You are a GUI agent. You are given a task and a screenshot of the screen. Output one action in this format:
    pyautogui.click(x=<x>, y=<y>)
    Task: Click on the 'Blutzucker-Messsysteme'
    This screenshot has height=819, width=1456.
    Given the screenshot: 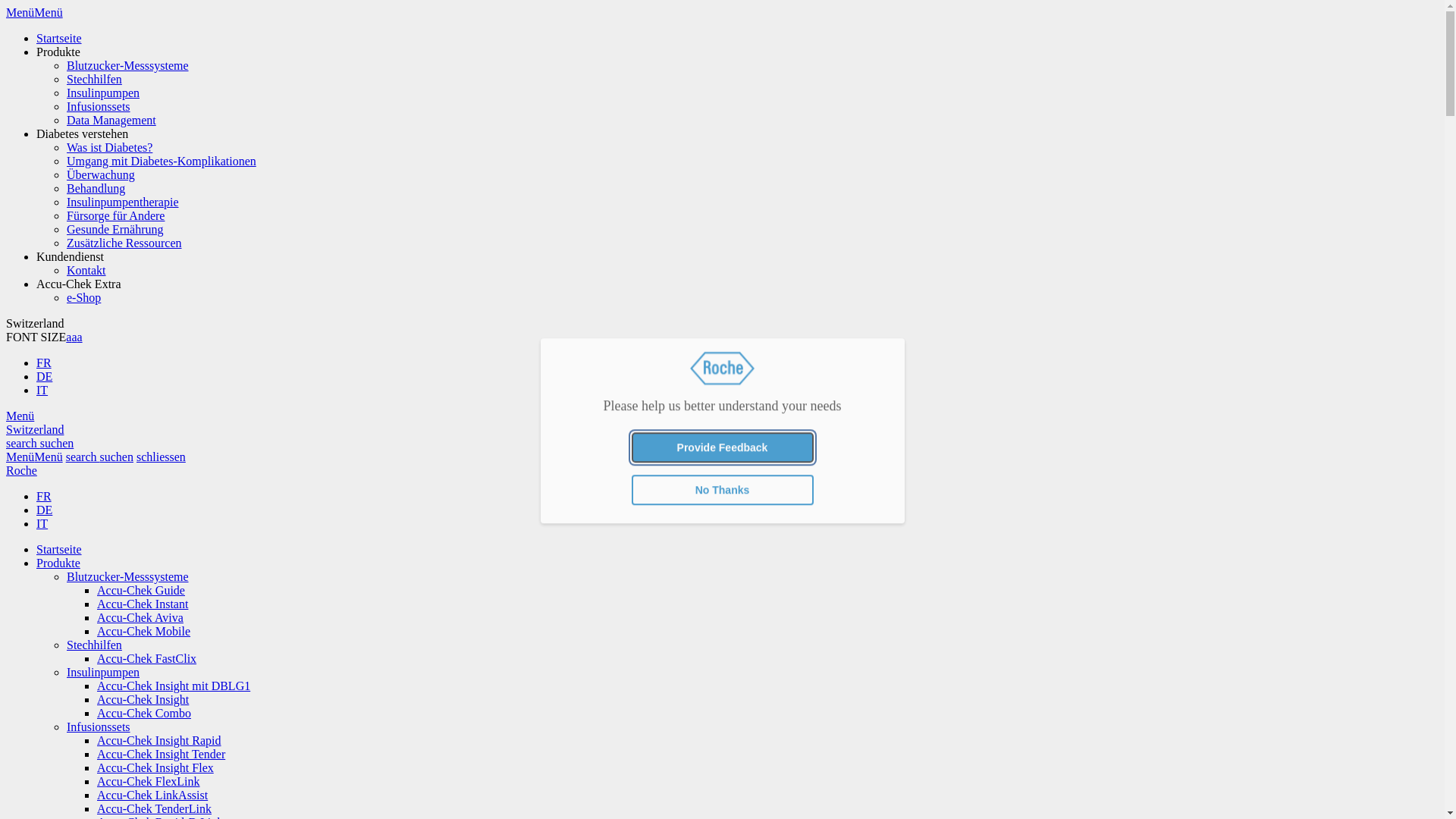 What is the action you would take?
    pyautogui.click(x=127, y=64)
    